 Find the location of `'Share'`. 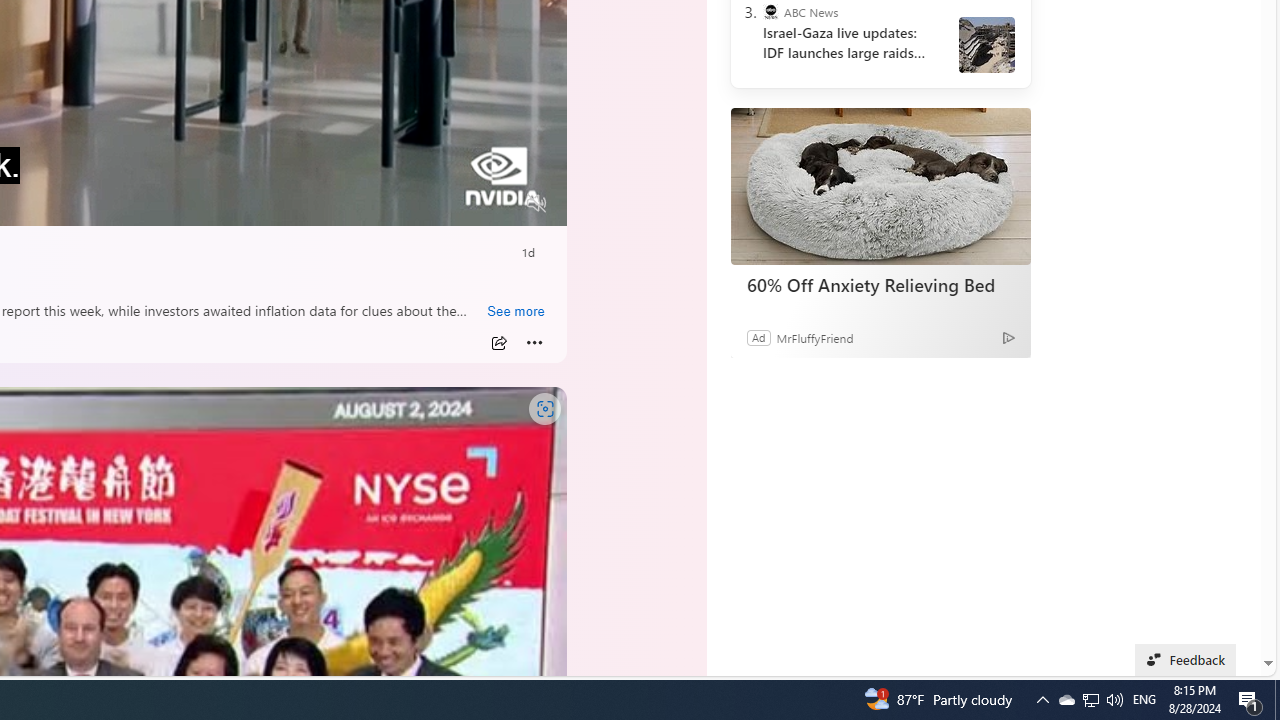

'Share' is located at coordinates (498, 342).